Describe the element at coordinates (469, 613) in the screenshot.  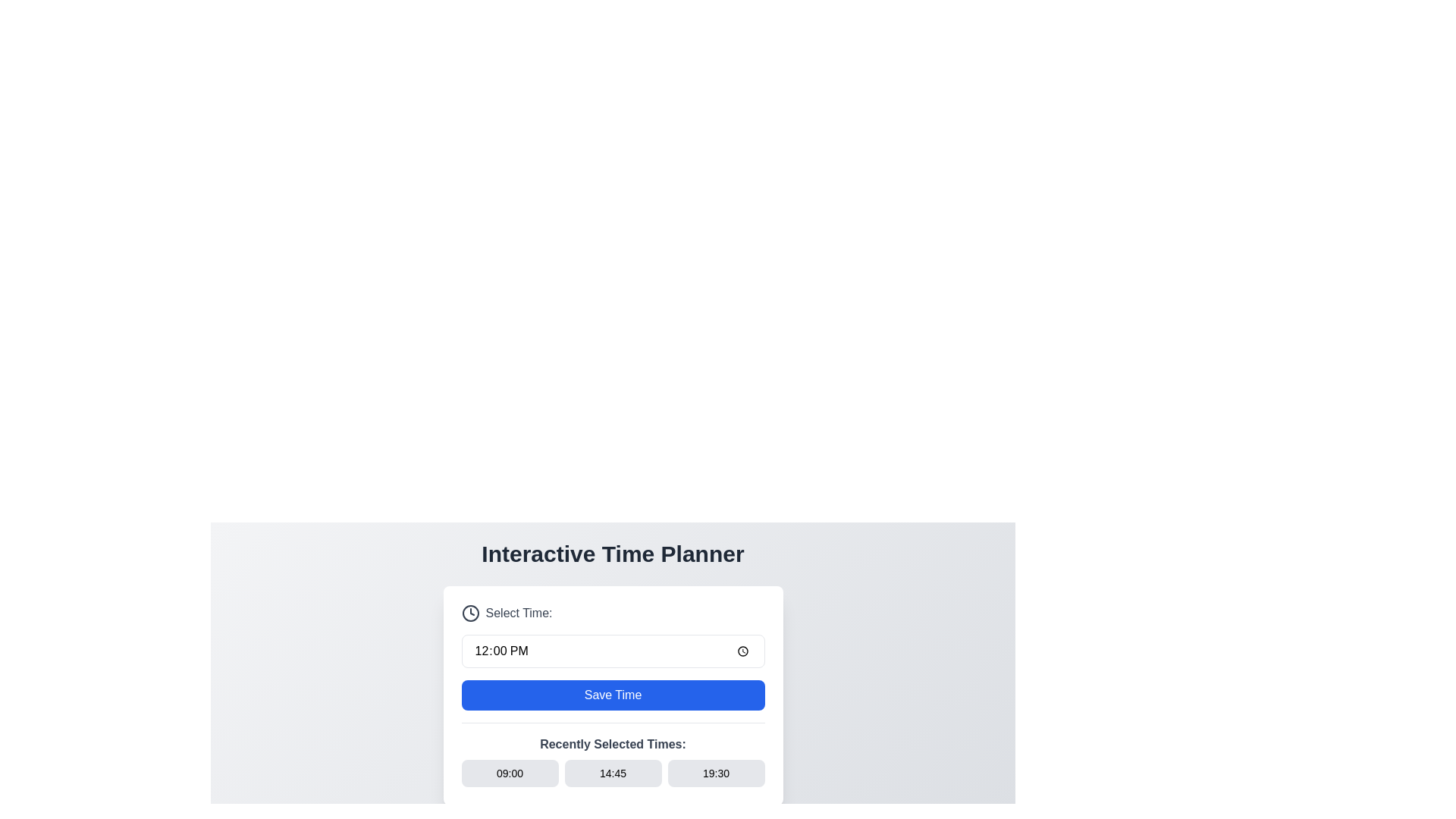
I see `the clock icon that represents time selection functionality, located to the left of the 'Select Time:' label in the upper section of the dialog box` at that location.